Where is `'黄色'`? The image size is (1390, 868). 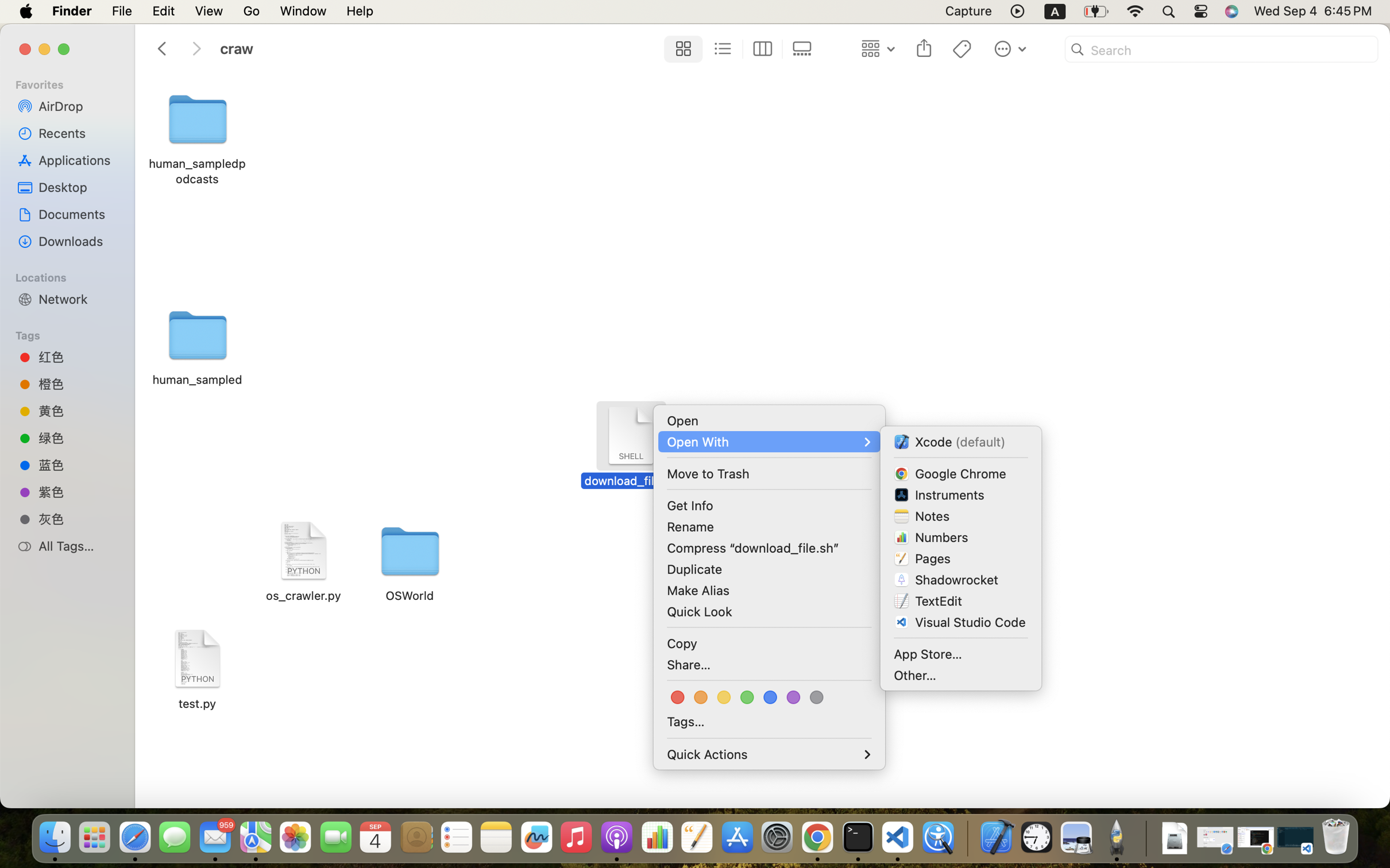
'黄色' is located at coordinates (77, 410).